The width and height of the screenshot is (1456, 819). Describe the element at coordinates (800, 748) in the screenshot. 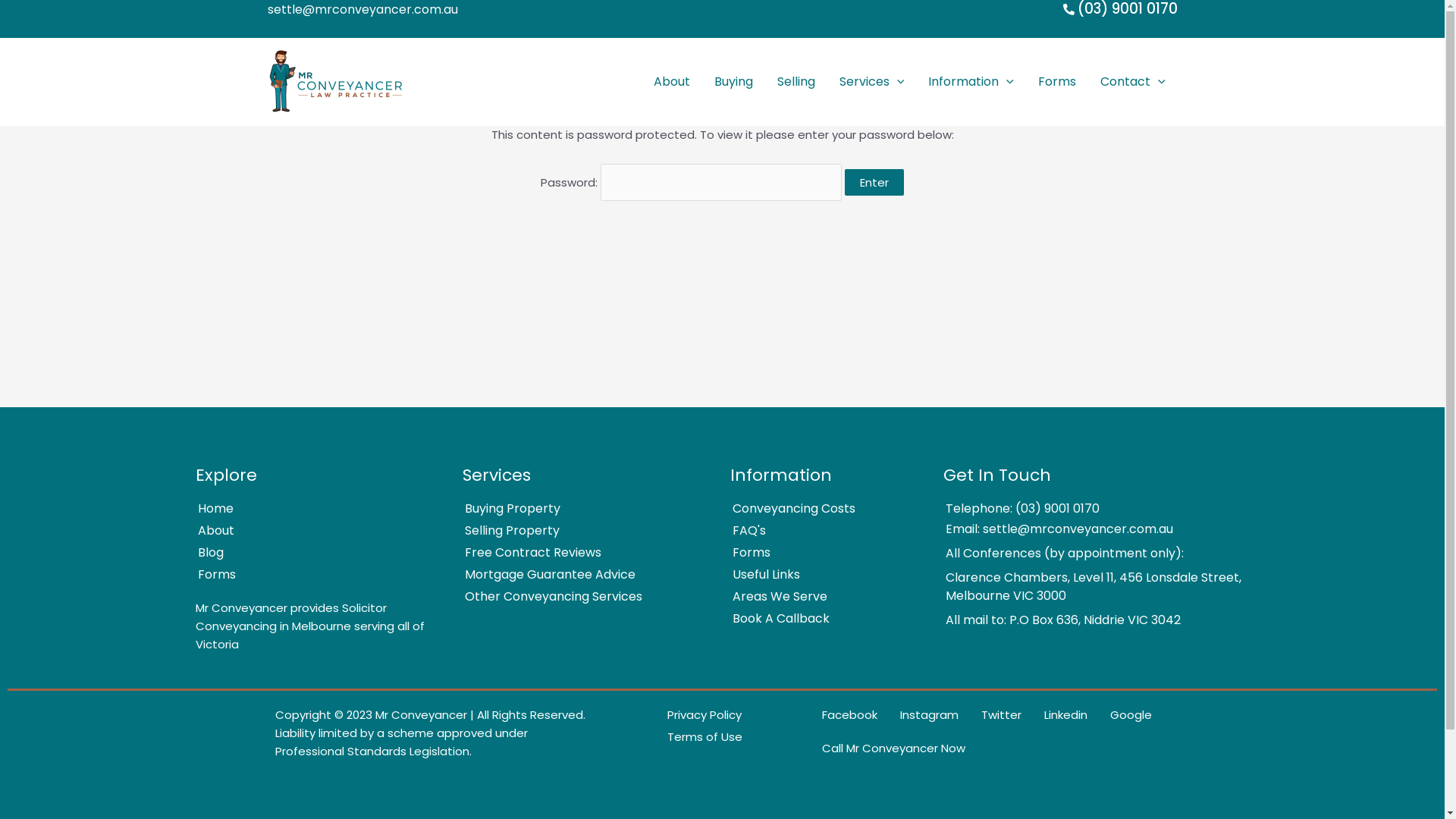

I see `'Call Mr Conveyancer Now'` at that location.